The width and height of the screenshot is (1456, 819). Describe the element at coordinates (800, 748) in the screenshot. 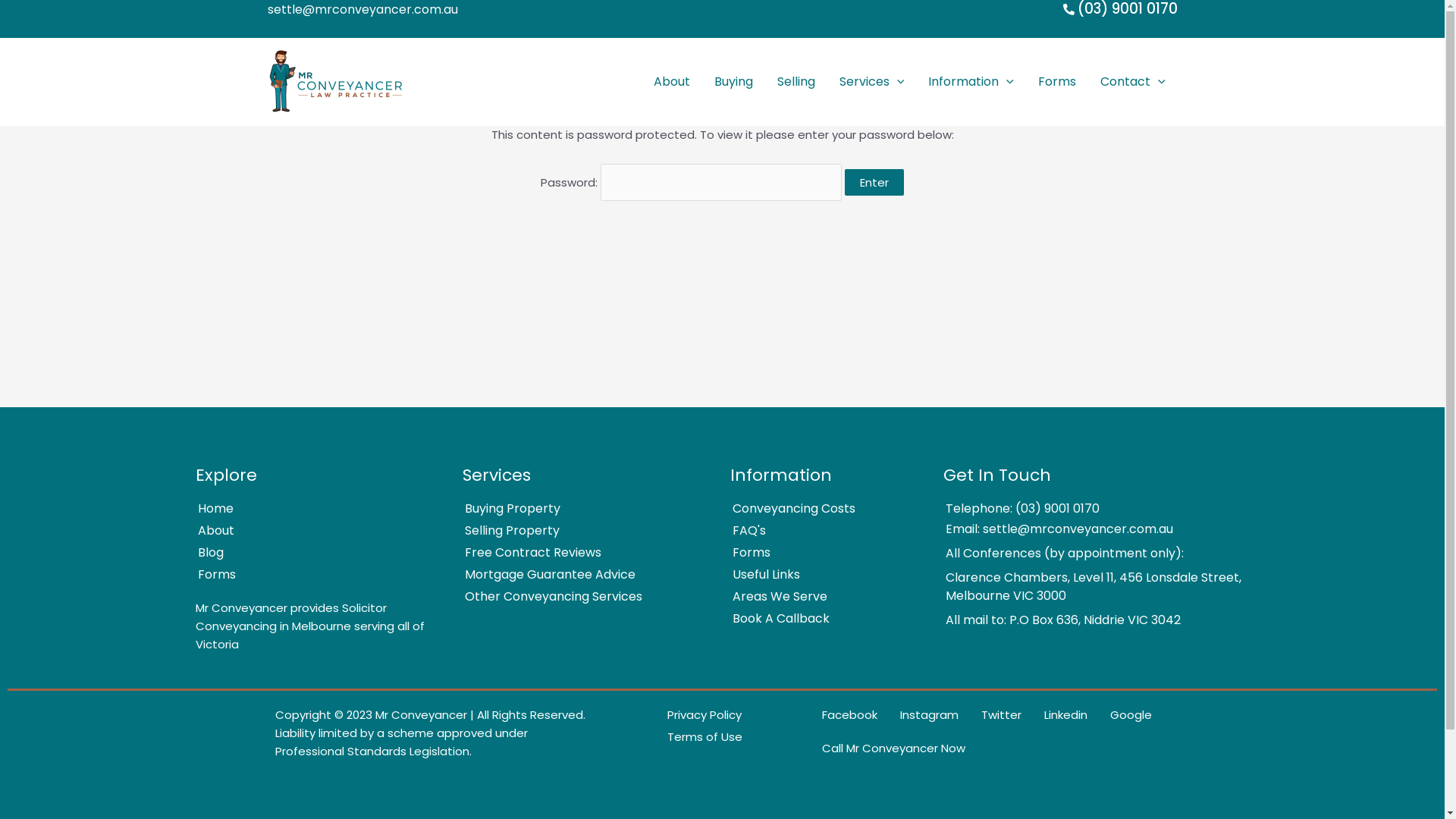

I see `'Call Mr Conveyancer Now'` at that location.